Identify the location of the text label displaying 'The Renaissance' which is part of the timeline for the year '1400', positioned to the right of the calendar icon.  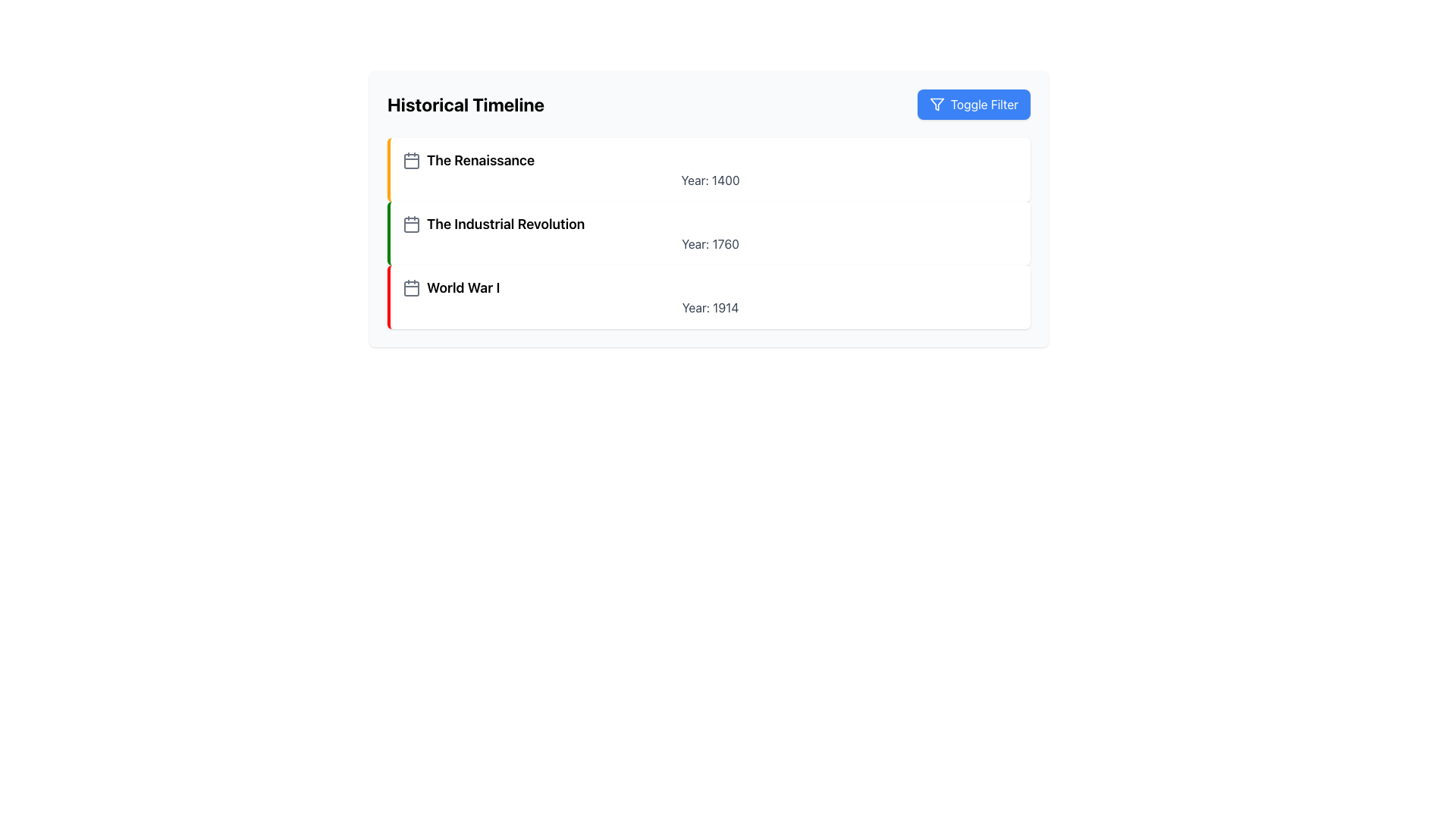
(480, 161).